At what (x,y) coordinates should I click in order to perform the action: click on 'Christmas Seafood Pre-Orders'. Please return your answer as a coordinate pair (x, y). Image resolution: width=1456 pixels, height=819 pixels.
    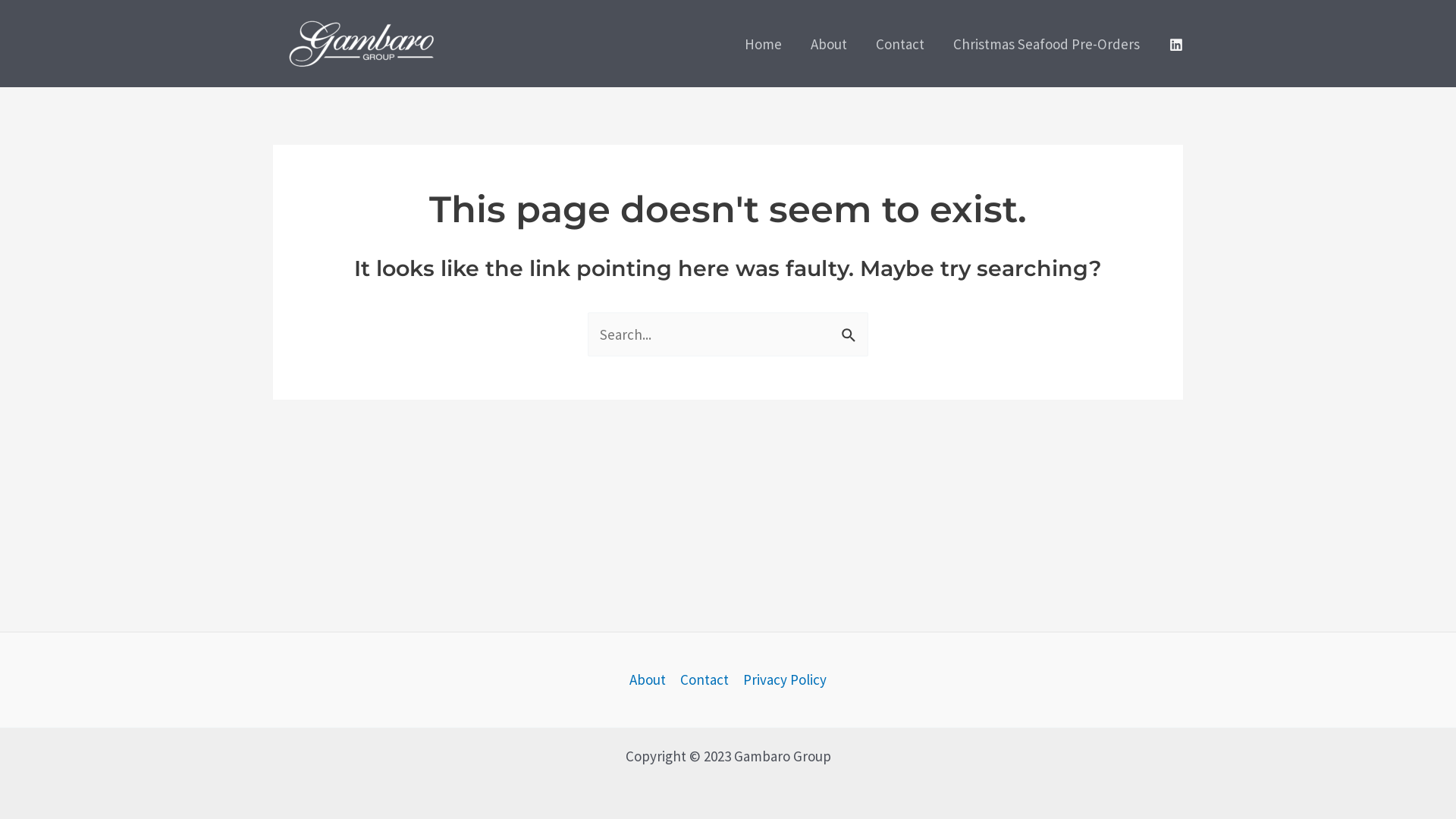
    Looking at the image, I should click on (1046, 42).